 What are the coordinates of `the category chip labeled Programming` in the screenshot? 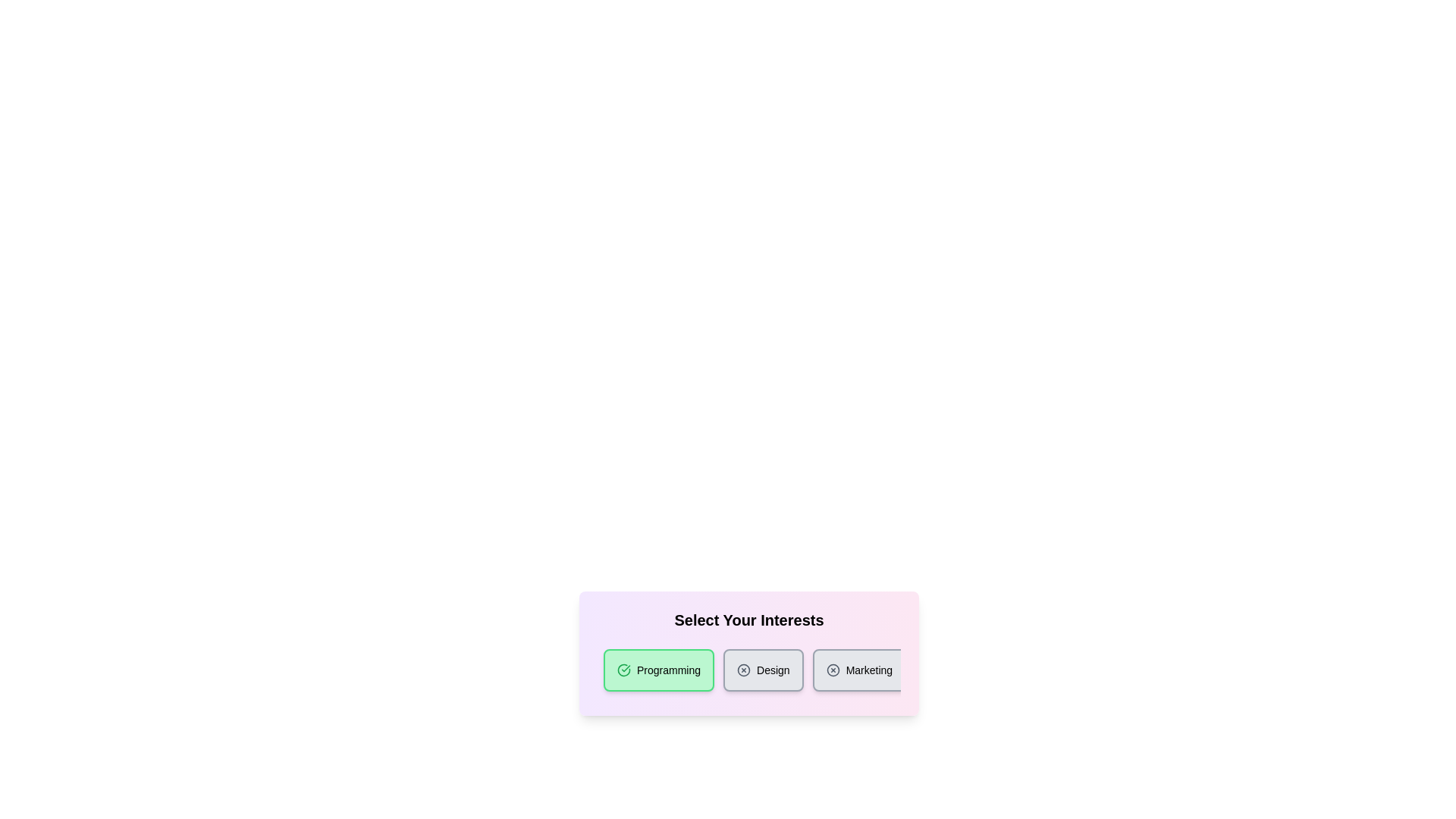 It's located at (658, 669).